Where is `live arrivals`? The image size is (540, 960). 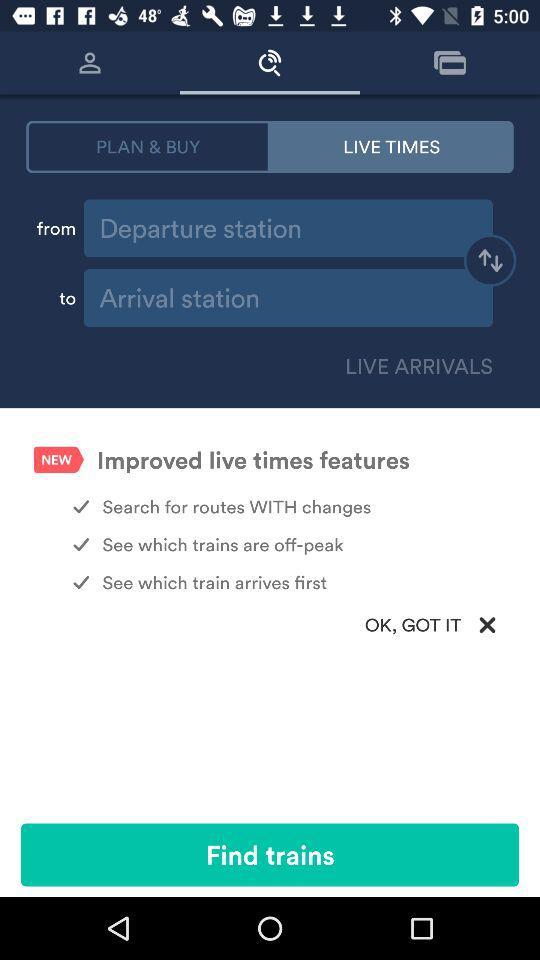
live arrivals is located at coordinates (414, 365).